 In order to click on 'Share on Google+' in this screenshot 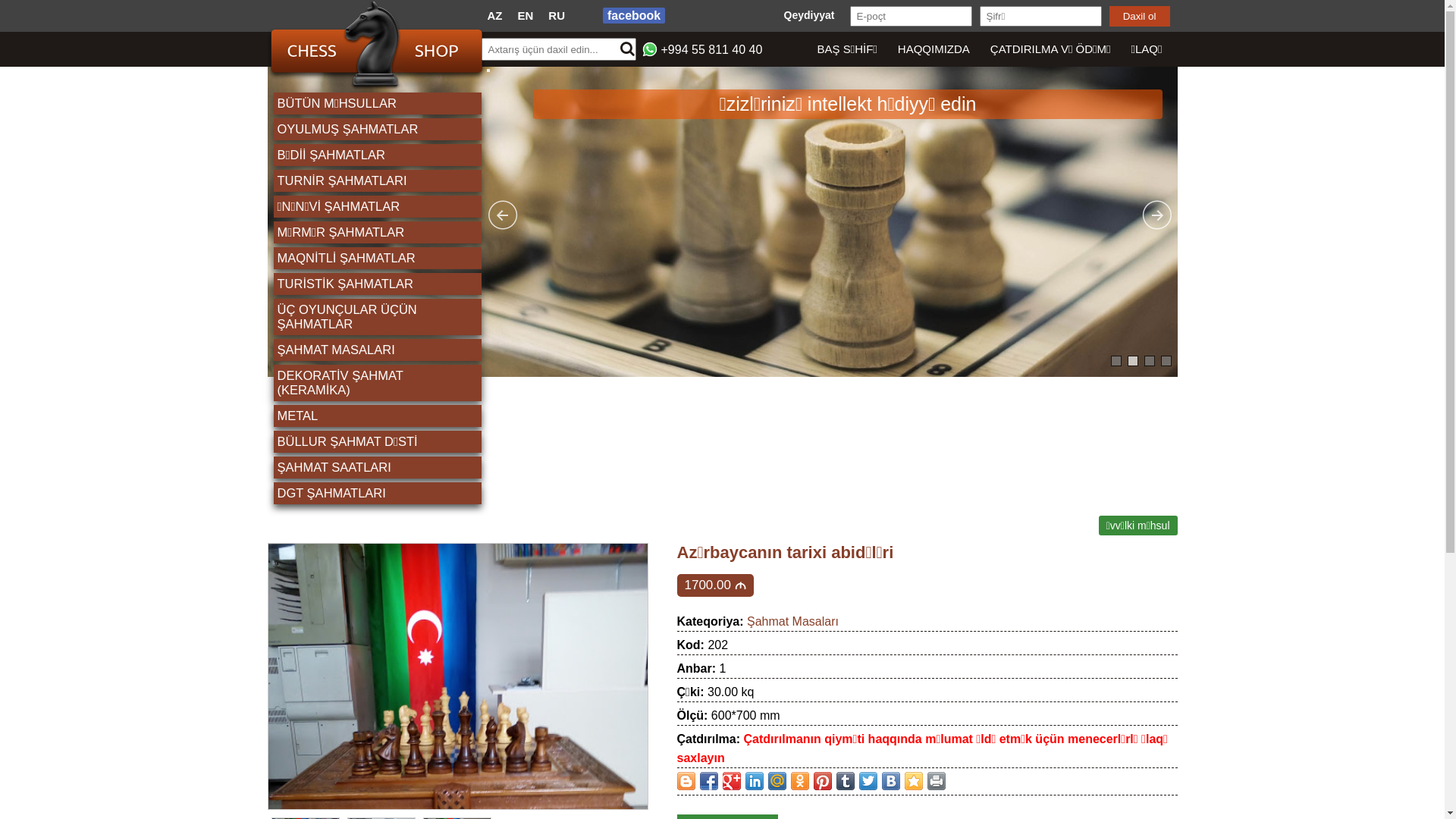, I will do `click(731, 780)`.